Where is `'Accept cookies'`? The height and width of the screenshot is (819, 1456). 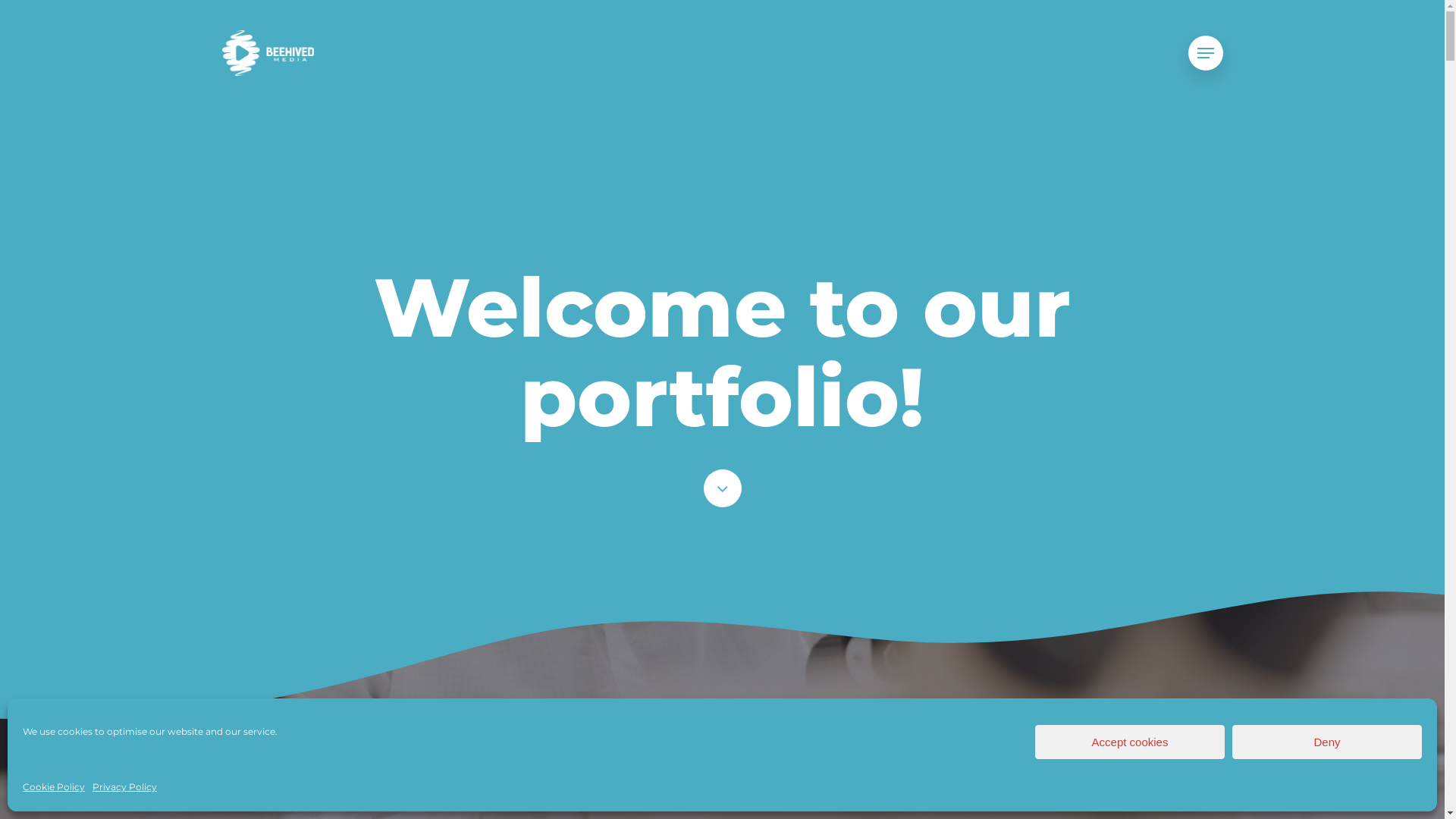 'Accept cookies' is located at coordinates (1034, 741).